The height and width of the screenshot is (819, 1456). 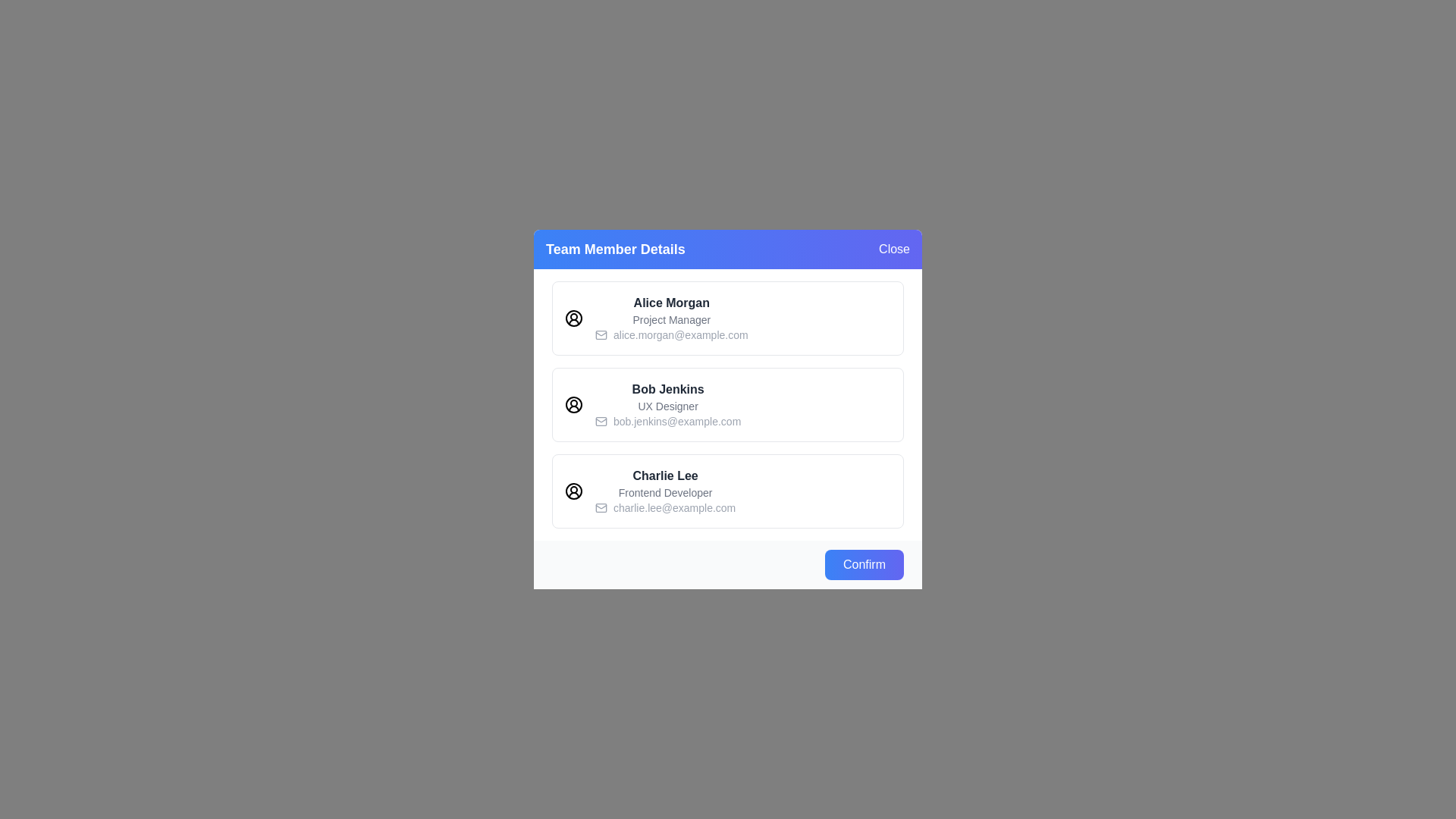 I want to click on the envelope icon component within the second user information card for 'Bob Jenkins', so click(x=600, y=421).